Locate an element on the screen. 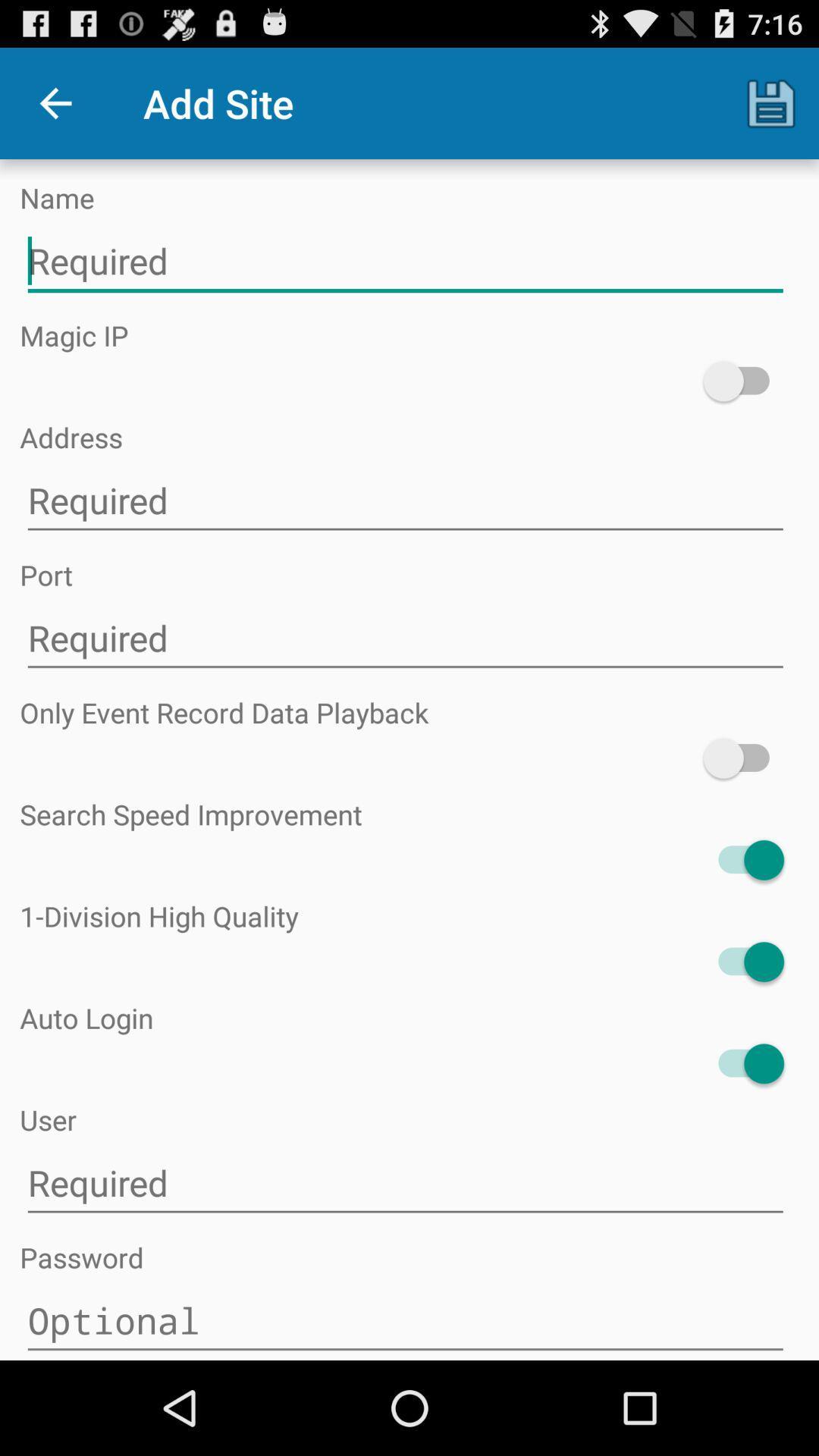 This screenshot has width=819, height=1456. search button is located at coordinates (742, 860).